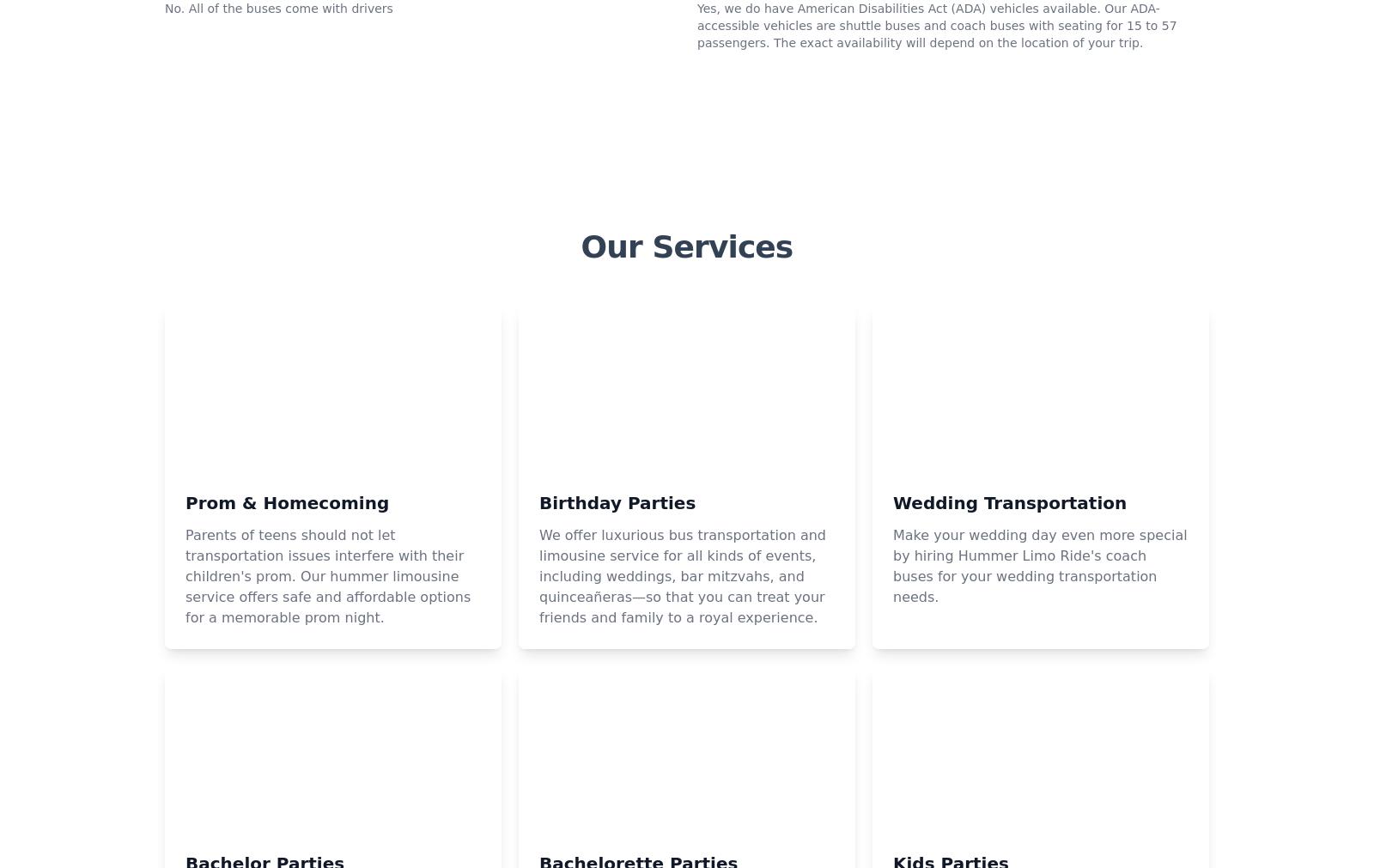 This screenshot has height=868, width=1374. What do you see at coordinates (1010, 731) in the screenshot?
I see `'Wedding Transportation'` at bounding box center [1010, 731].